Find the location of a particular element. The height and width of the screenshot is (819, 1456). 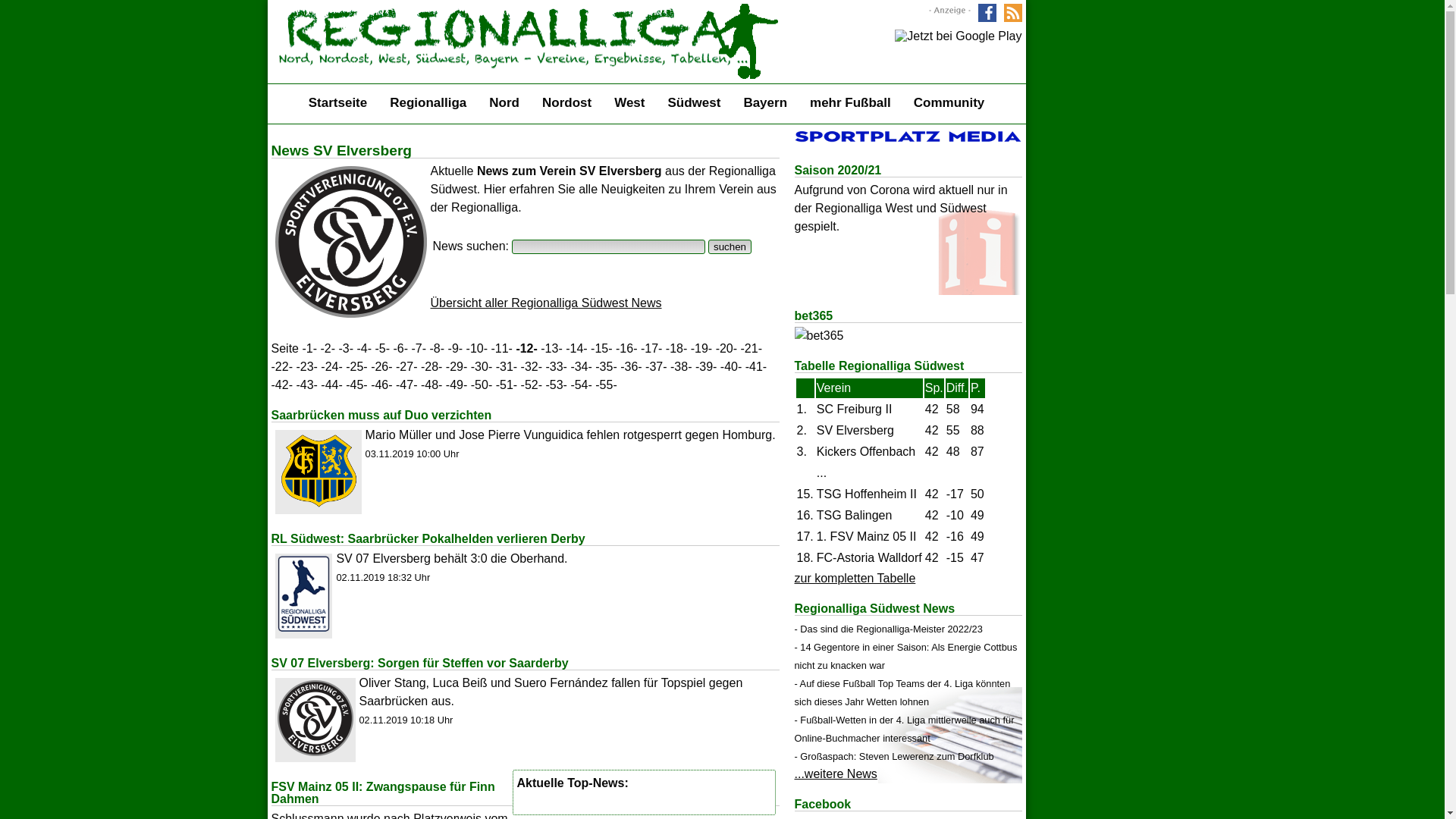

'-51-' is located at coordinates (506, 384).